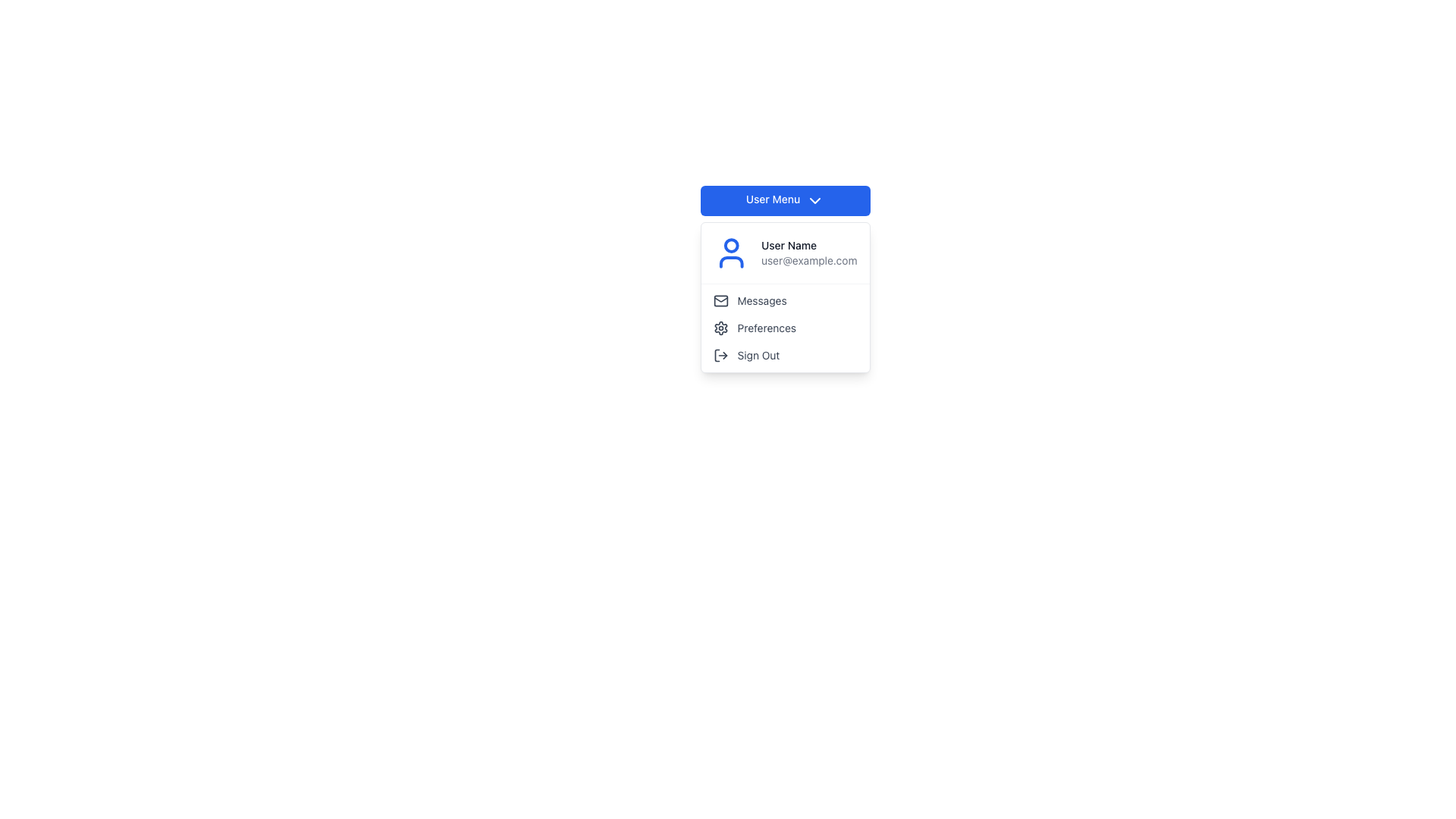 This screenshot has height=819, width=1456. I want to click on the logout button located at the bottom of the vertical menu list, positioned under 'Messages' and 'Preferences', so click(785, 356).